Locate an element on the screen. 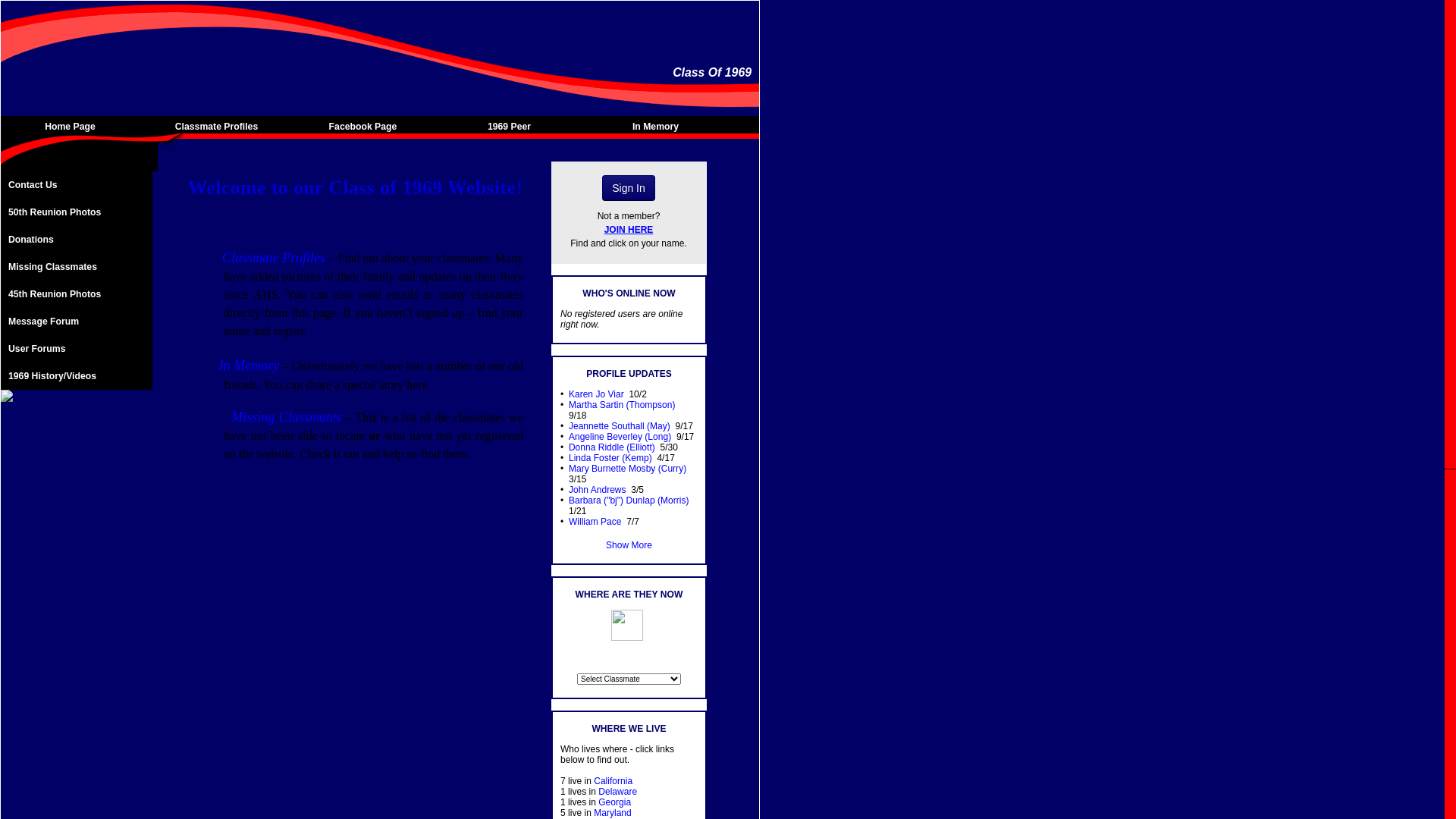  'California' is located at coordinates (592, 780).